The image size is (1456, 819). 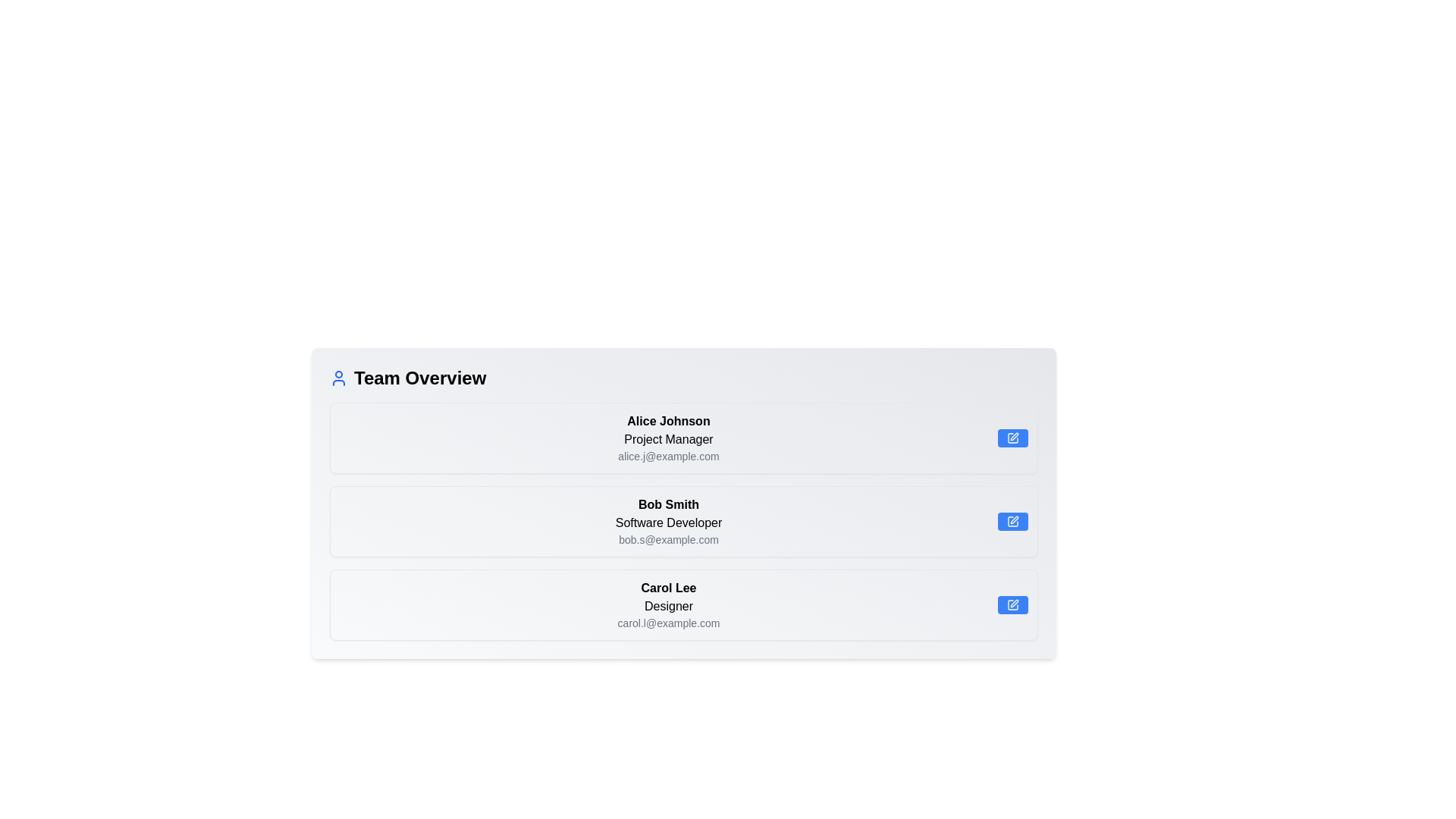 What do you see at coordinates (668, 520) in the screenshot?
I see `the second informational text display panel that presents user details, including name, role, and contact information` at bounding box center [668, 520].